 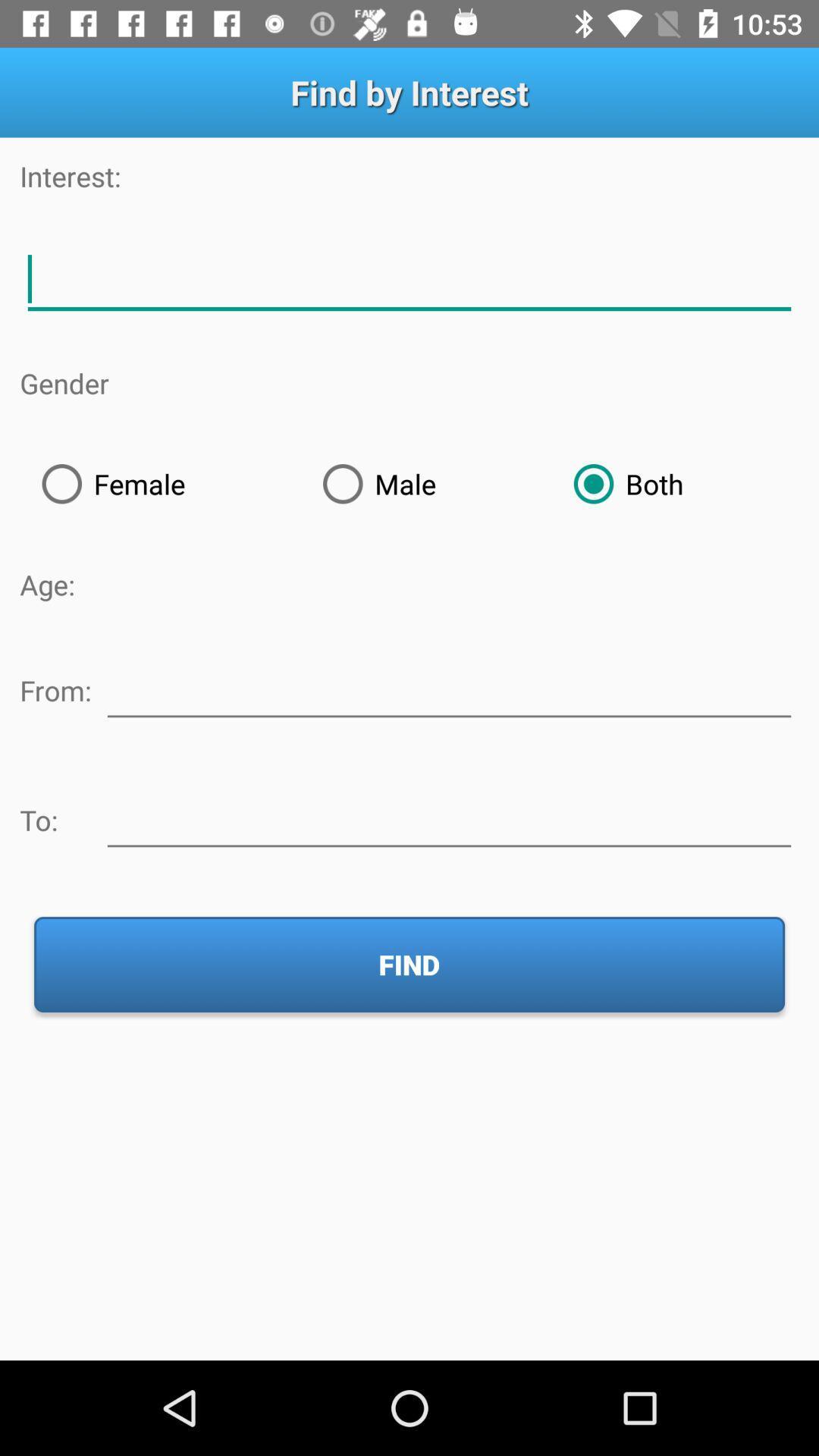 What do you see at coordinates (448, 817) in the screenshot?
I see `input name to send to` at bounding box center [448, 817].